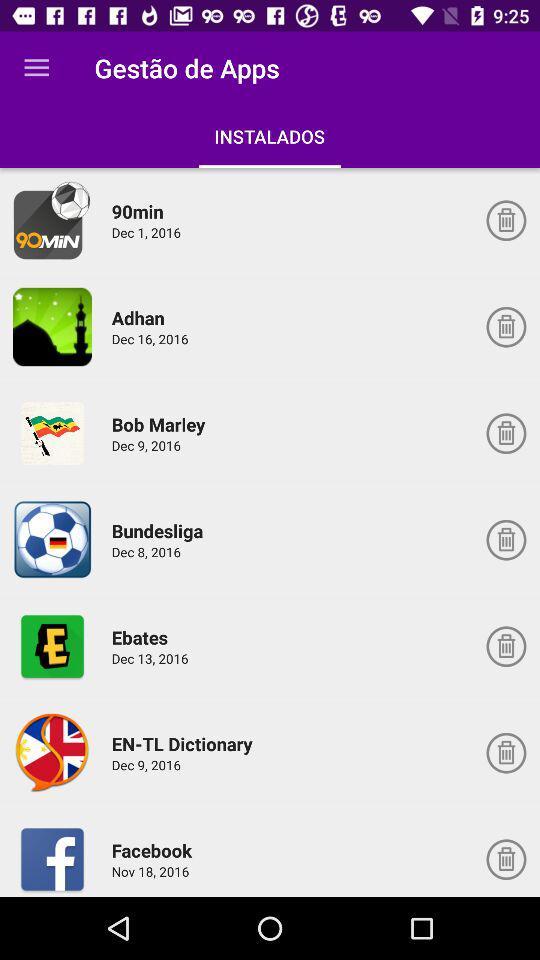  What do you see at coordinates (154, 849) in the screenshot?
I see `the item above the nov 18, 2016 item` at bounding box center [154, 849].